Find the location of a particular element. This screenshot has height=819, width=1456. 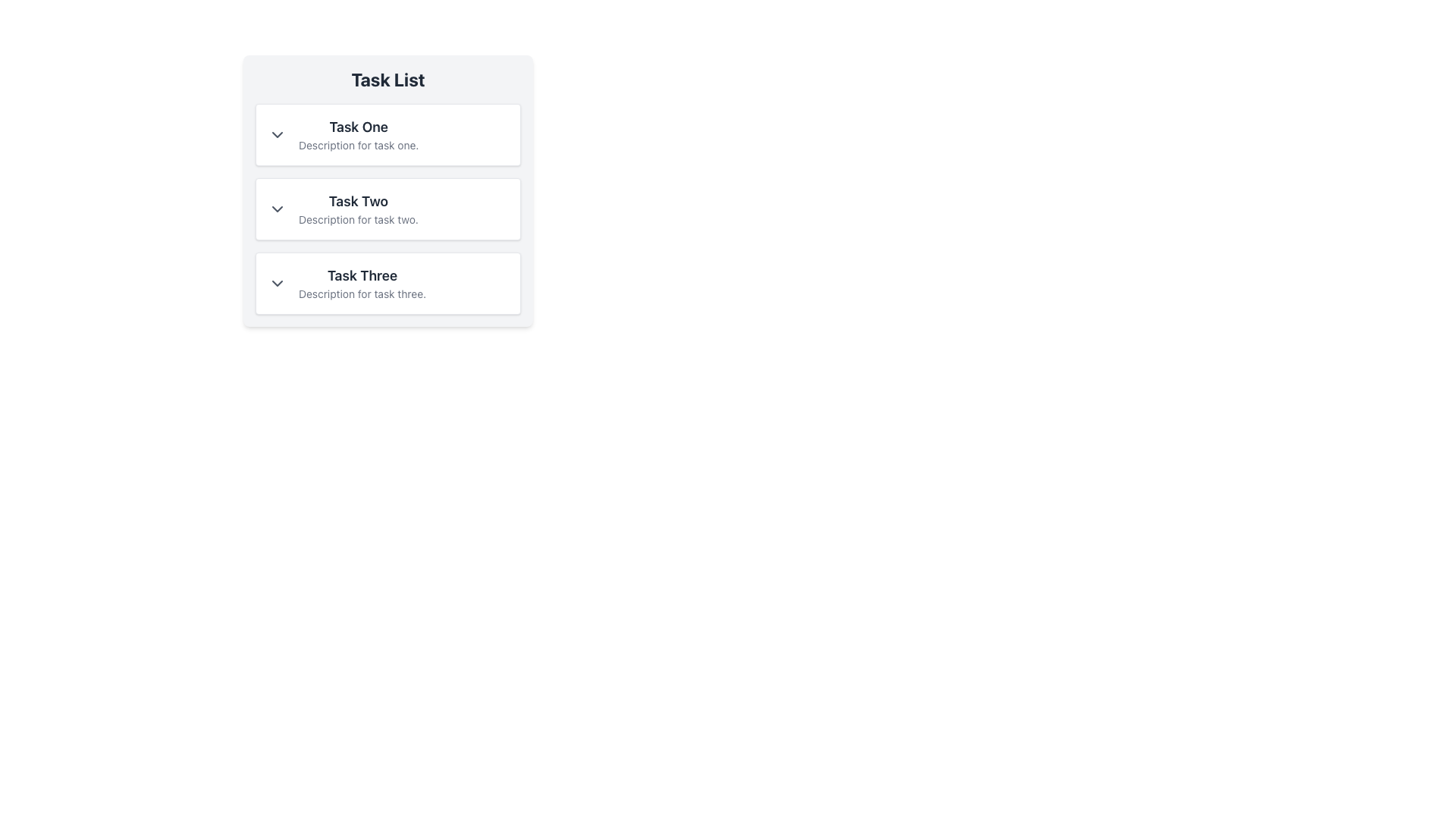

title text label for the second task in the 'Task List', which provides a concise identifier for the task is located at coordinates (357, 201).